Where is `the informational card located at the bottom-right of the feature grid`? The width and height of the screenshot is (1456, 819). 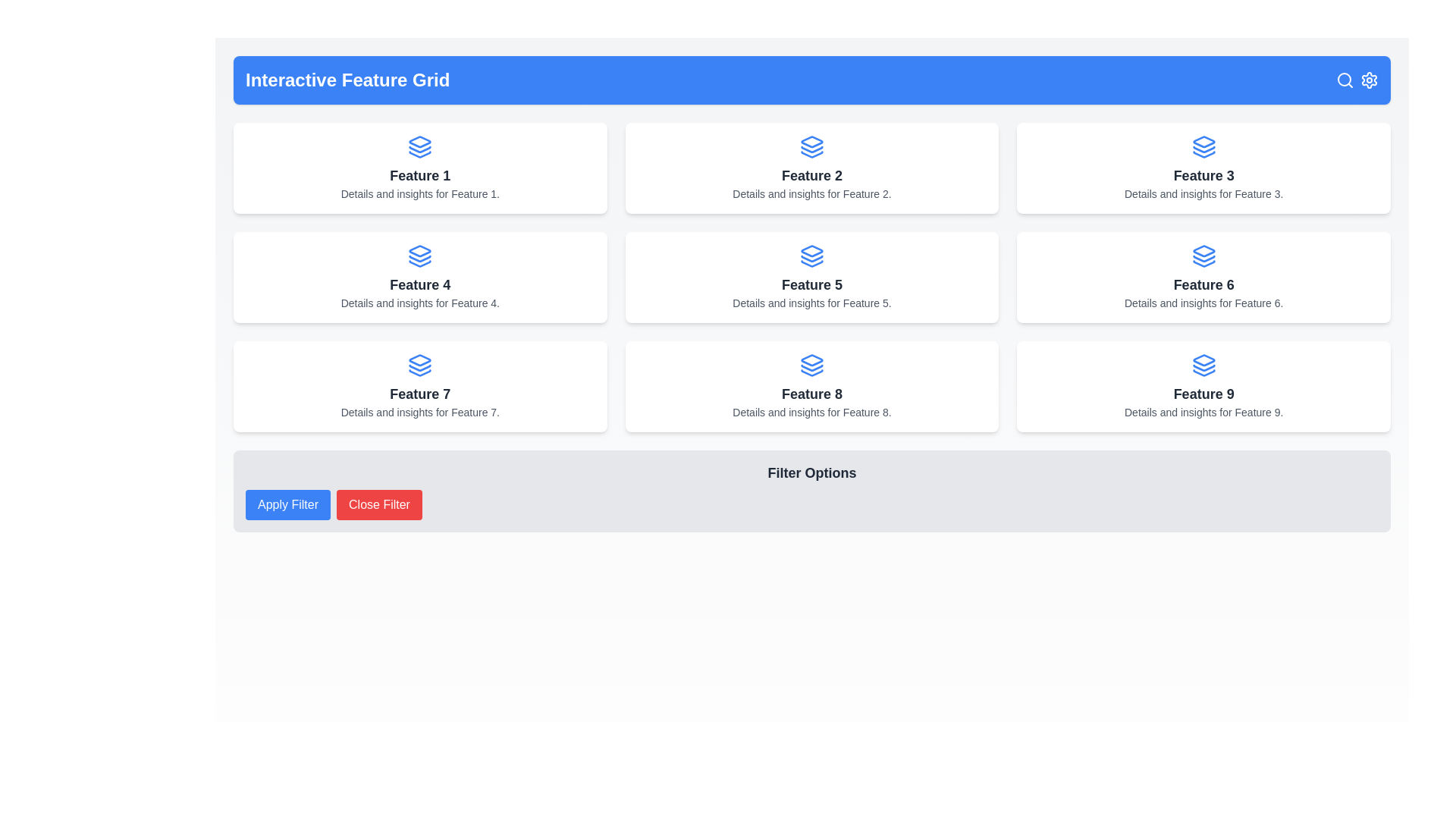
the informational card located at the bottom-right of the feature grid is located at coordinates (1203, 385).